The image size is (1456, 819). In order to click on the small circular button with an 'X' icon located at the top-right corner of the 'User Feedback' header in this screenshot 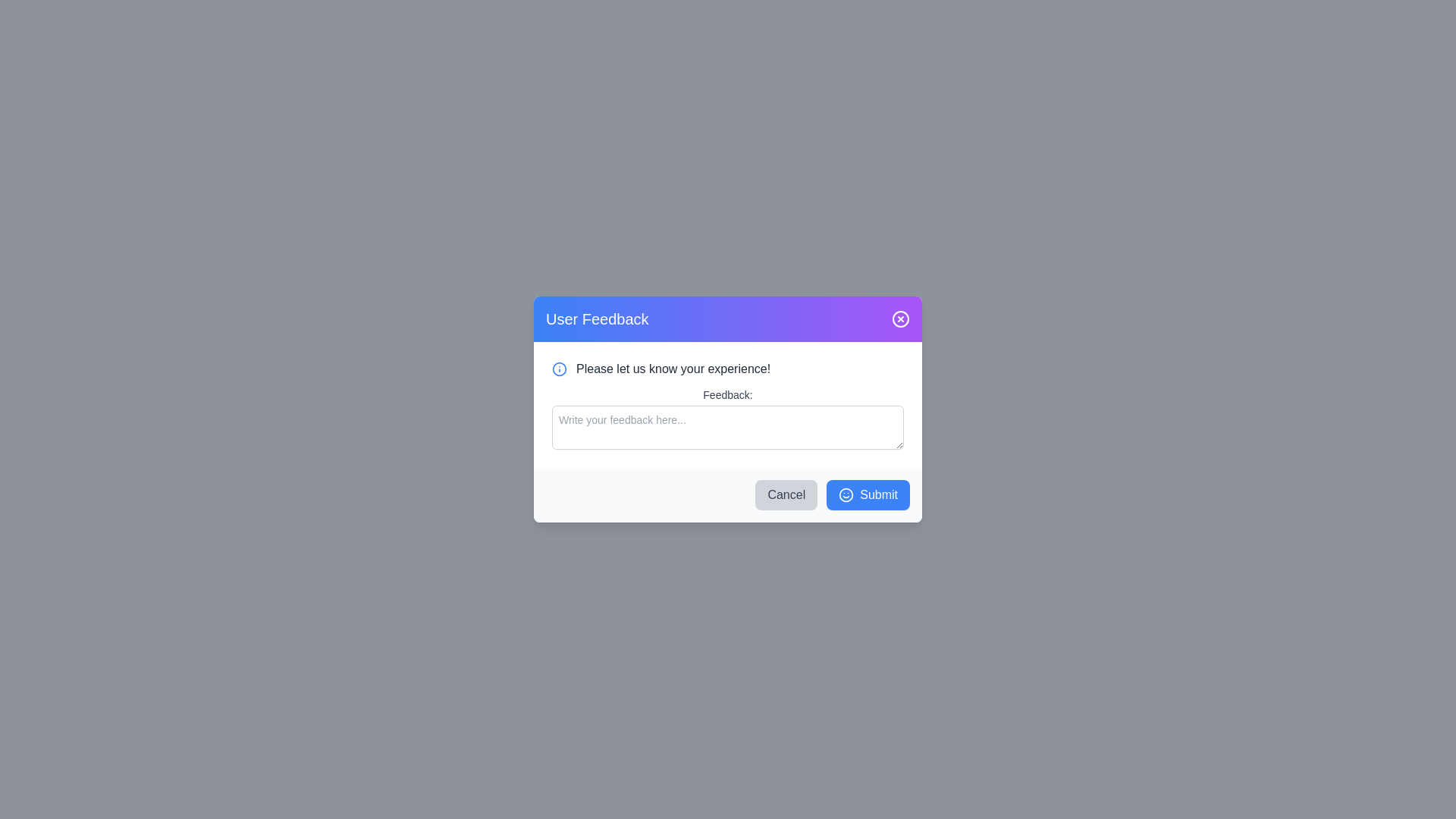, I will do `click(901, 318)`.